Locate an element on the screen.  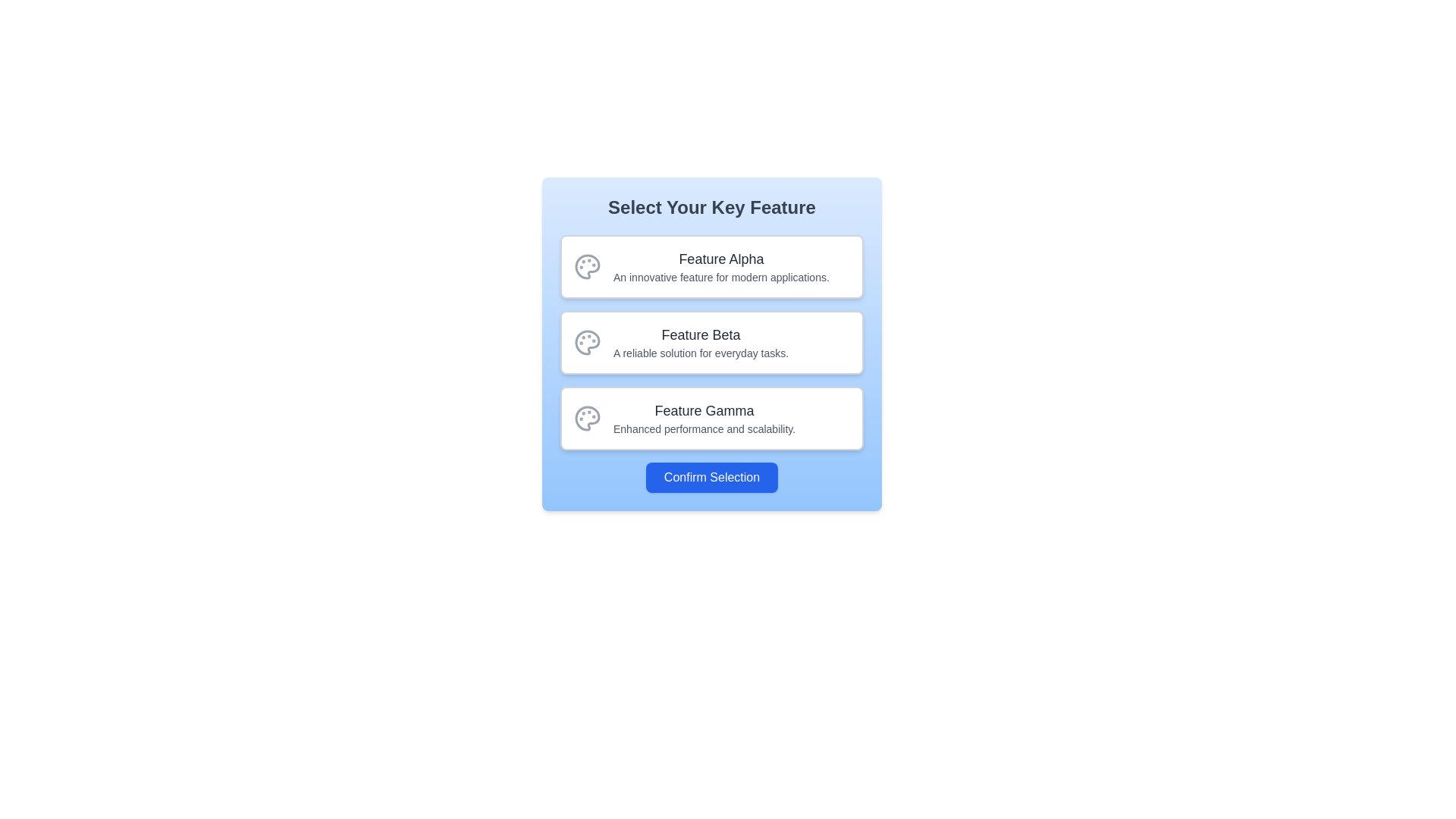
the 'Feature Beta' icon which is centrally aligned within the second option of a vertical list, distinguishing it by its unique shape is located at coordinates (586, 342).